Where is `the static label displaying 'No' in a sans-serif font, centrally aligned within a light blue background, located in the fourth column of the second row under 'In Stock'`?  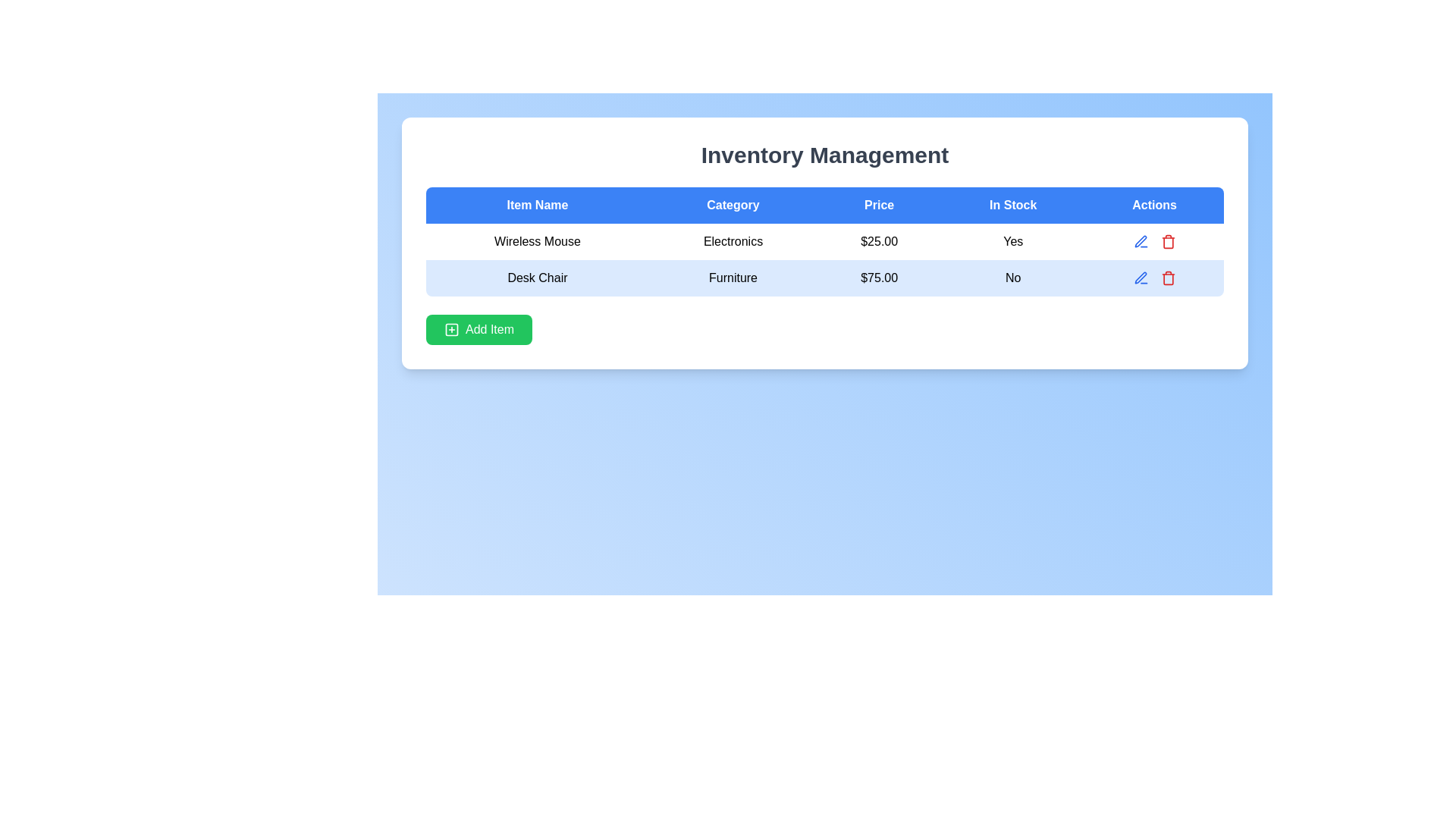 the static label displaying 'No' in a sans-serif font, centrally aligned within a light blue background, located in the fourth column of the second row under 'In Stock' is located at coordinates (1013, 278).